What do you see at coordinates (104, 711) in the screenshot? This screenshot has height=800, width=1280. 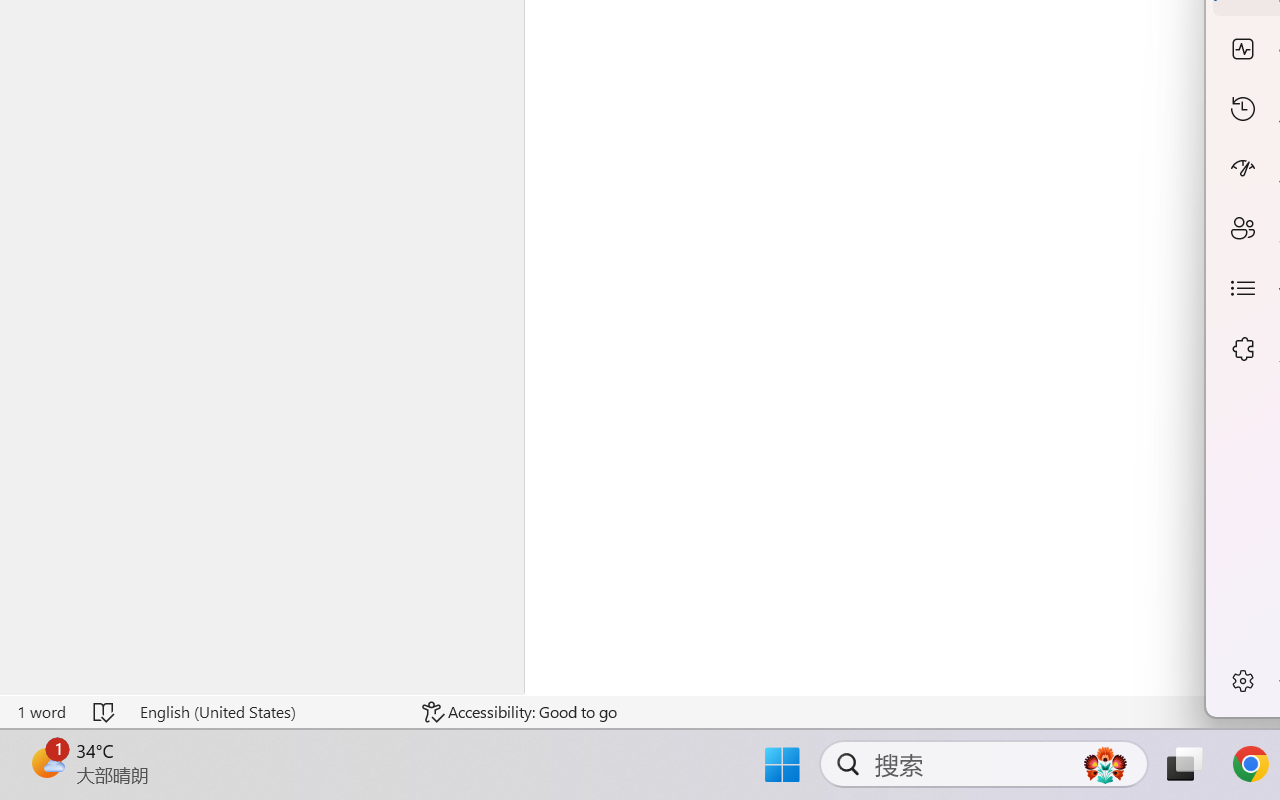 I see `'Spelling and Grammar Check No Errors'` at bounding box center [104, 711].